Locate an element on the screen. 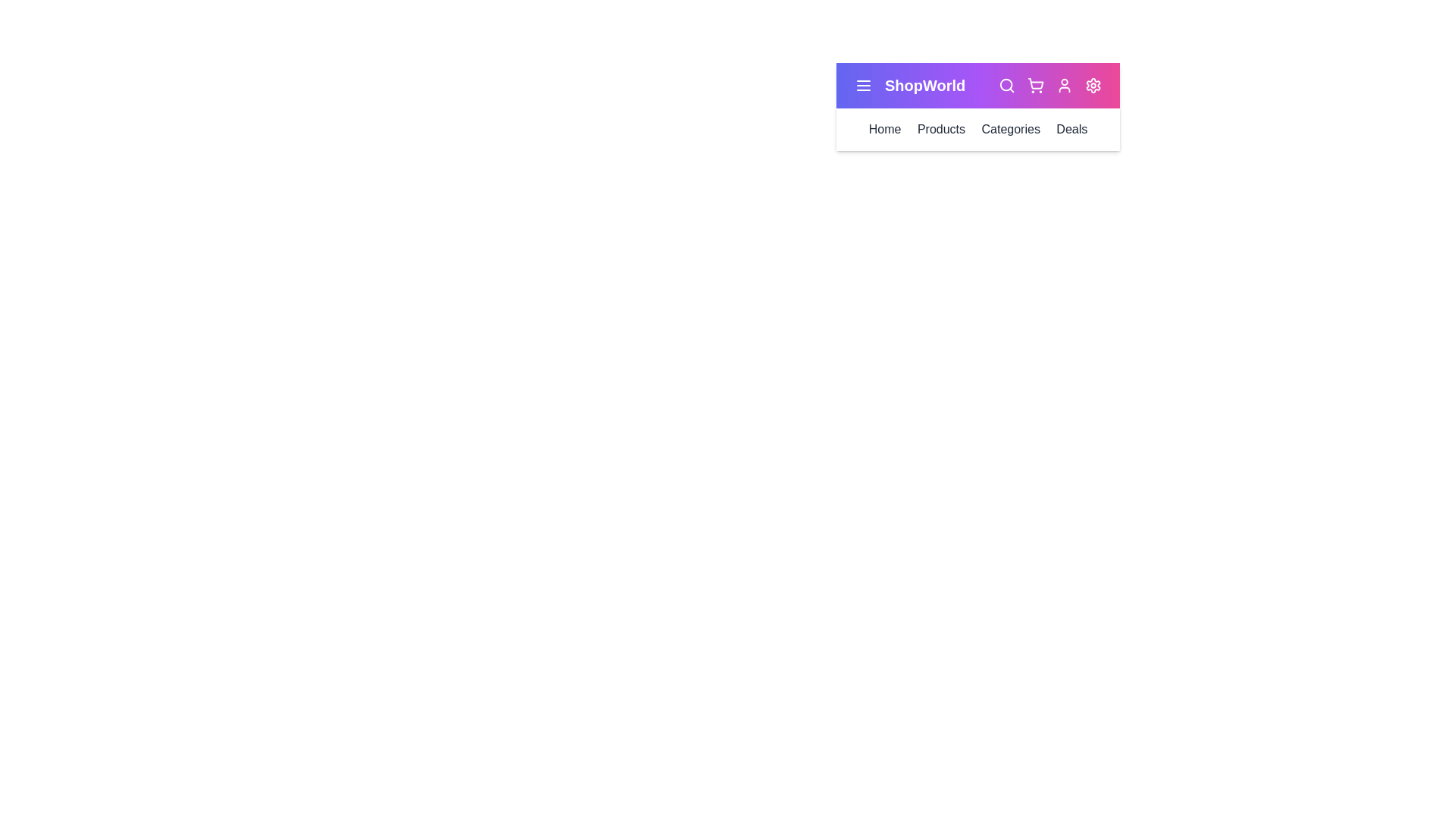  the navigation menu item Deals to navigate to the respective section is located at coordinates (1071, 128).